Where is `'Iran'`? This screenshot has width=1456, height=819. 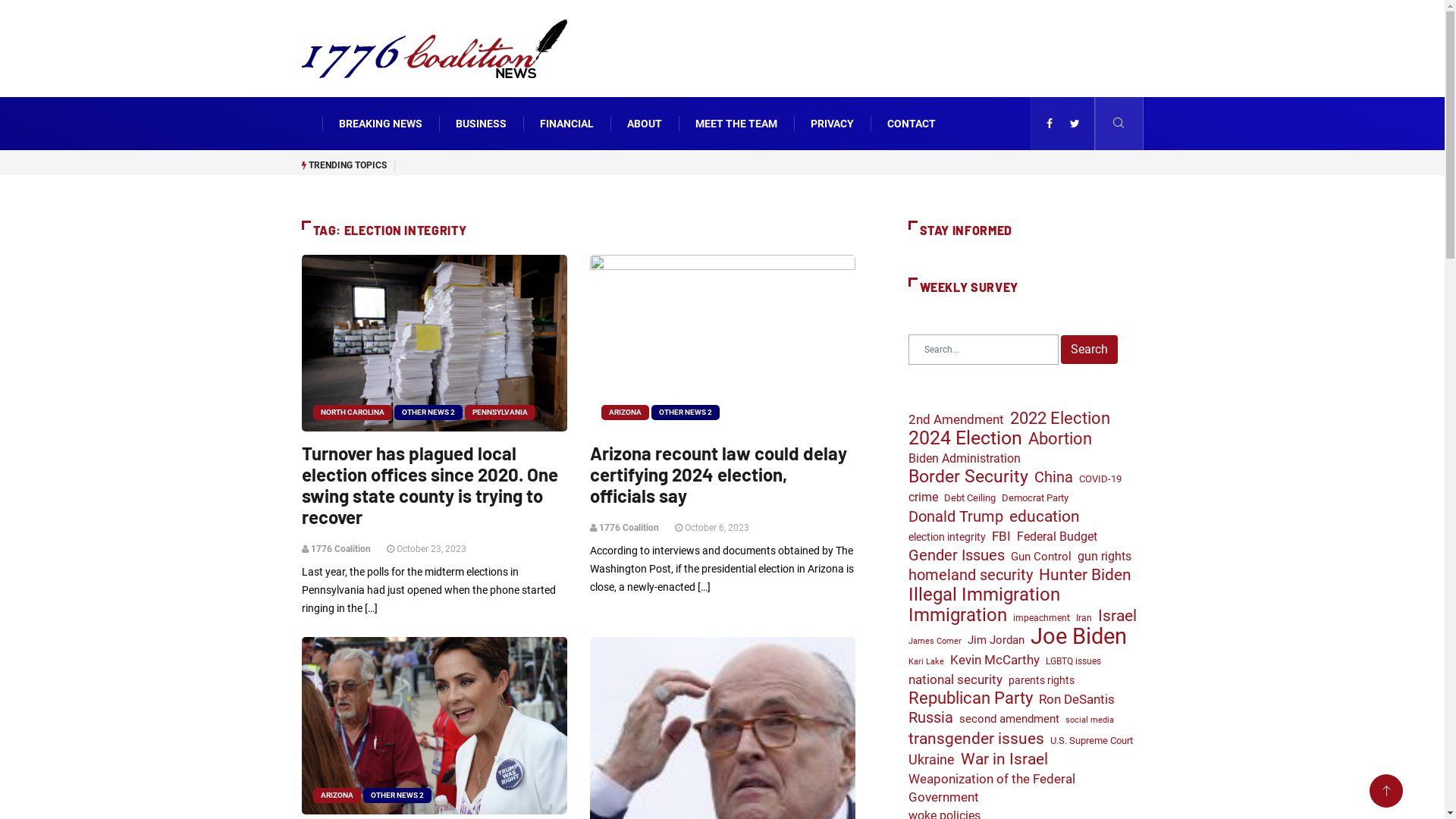 'Iran' is located at coordinates (1082, 617).